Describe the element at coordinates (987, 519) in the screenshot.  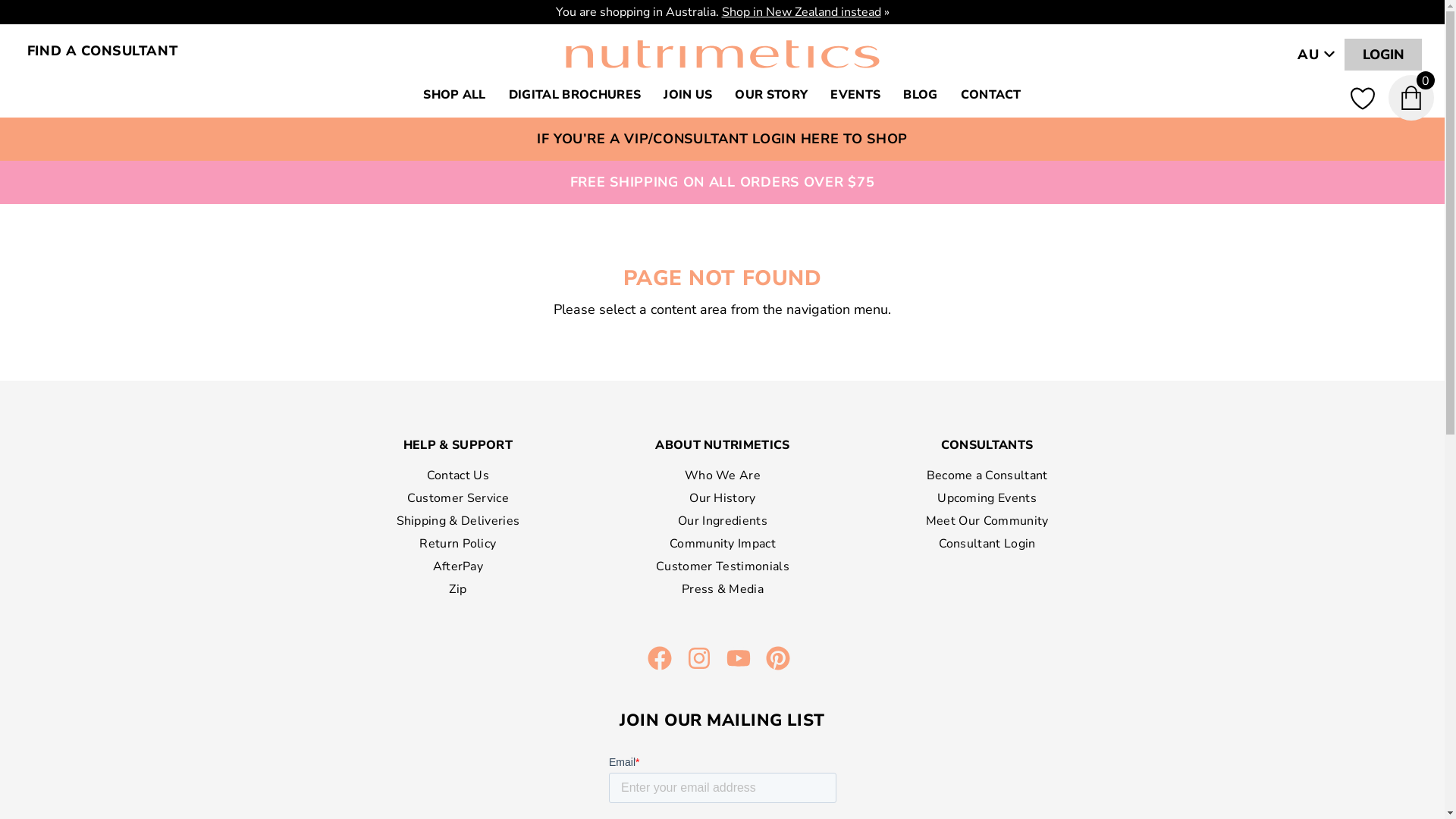
I see `'Meet Our Community'` at that location.